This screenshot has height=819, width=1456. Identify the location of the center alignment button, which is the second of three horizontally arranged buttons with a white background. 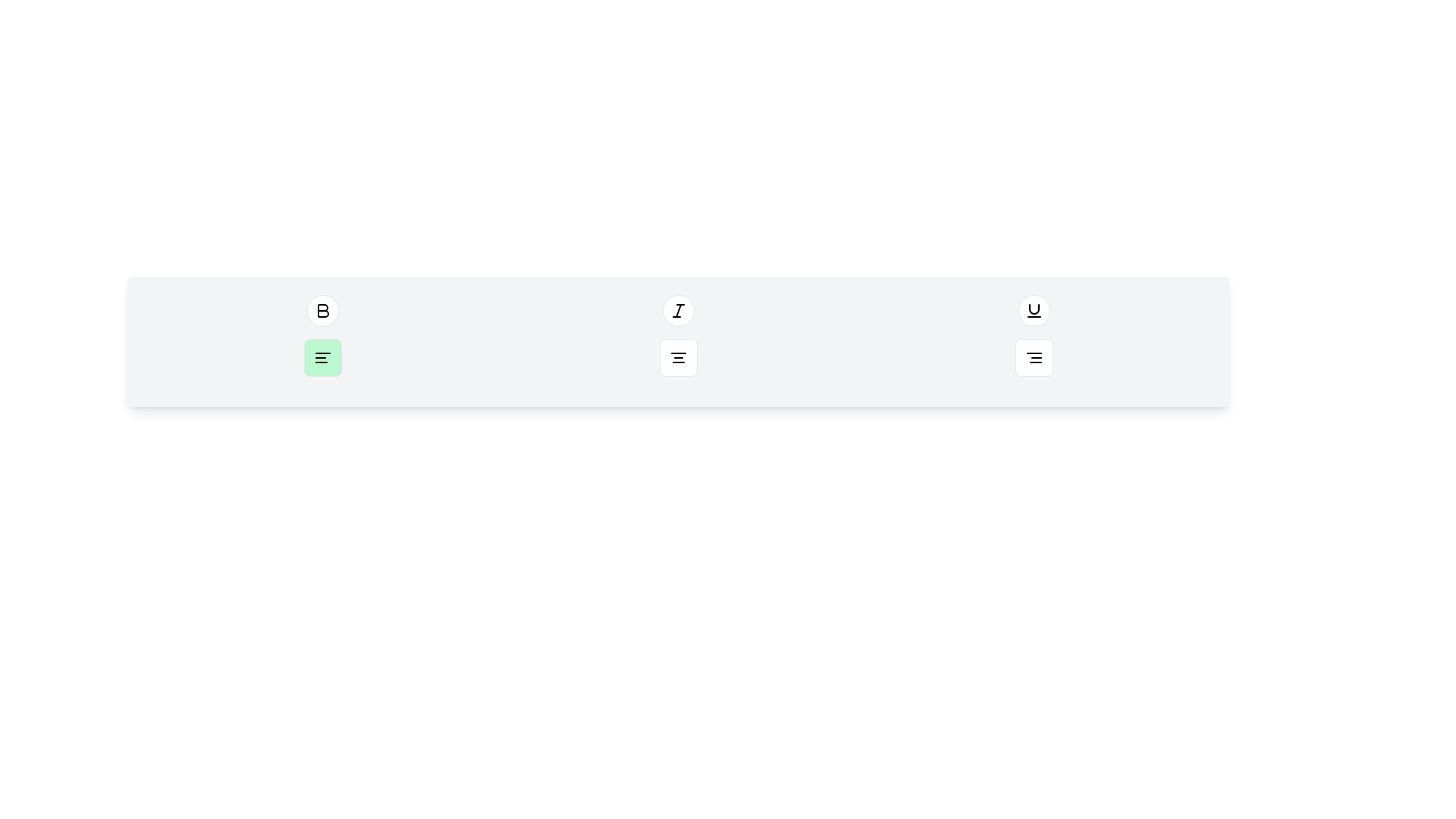
(677, 357).